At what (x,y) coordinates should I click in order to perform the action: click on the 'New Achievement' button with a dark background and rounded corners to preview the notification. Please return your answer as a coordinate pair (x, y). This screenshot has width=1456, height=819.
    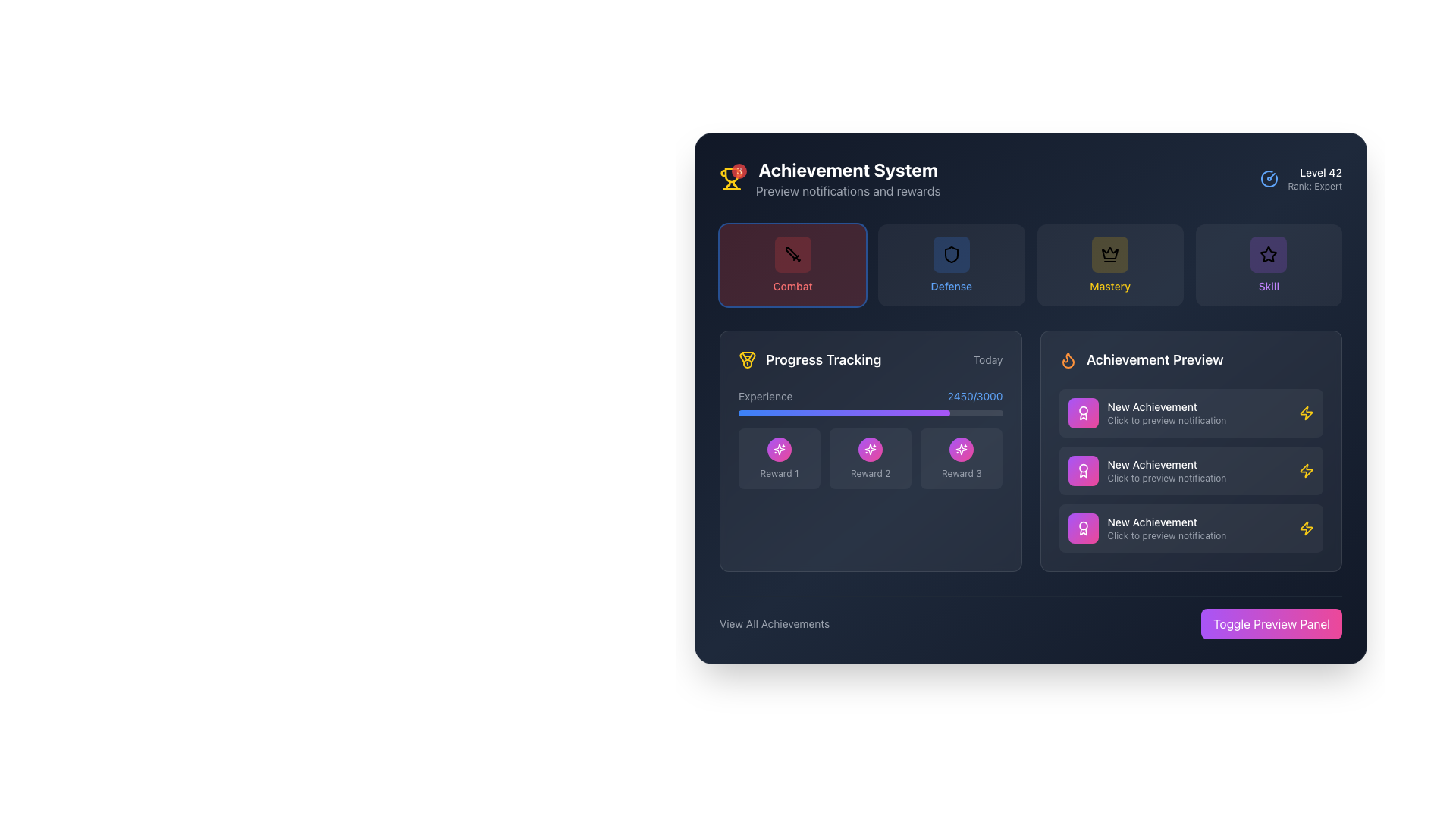
    Looking at the image, I should click on (1190, 450).